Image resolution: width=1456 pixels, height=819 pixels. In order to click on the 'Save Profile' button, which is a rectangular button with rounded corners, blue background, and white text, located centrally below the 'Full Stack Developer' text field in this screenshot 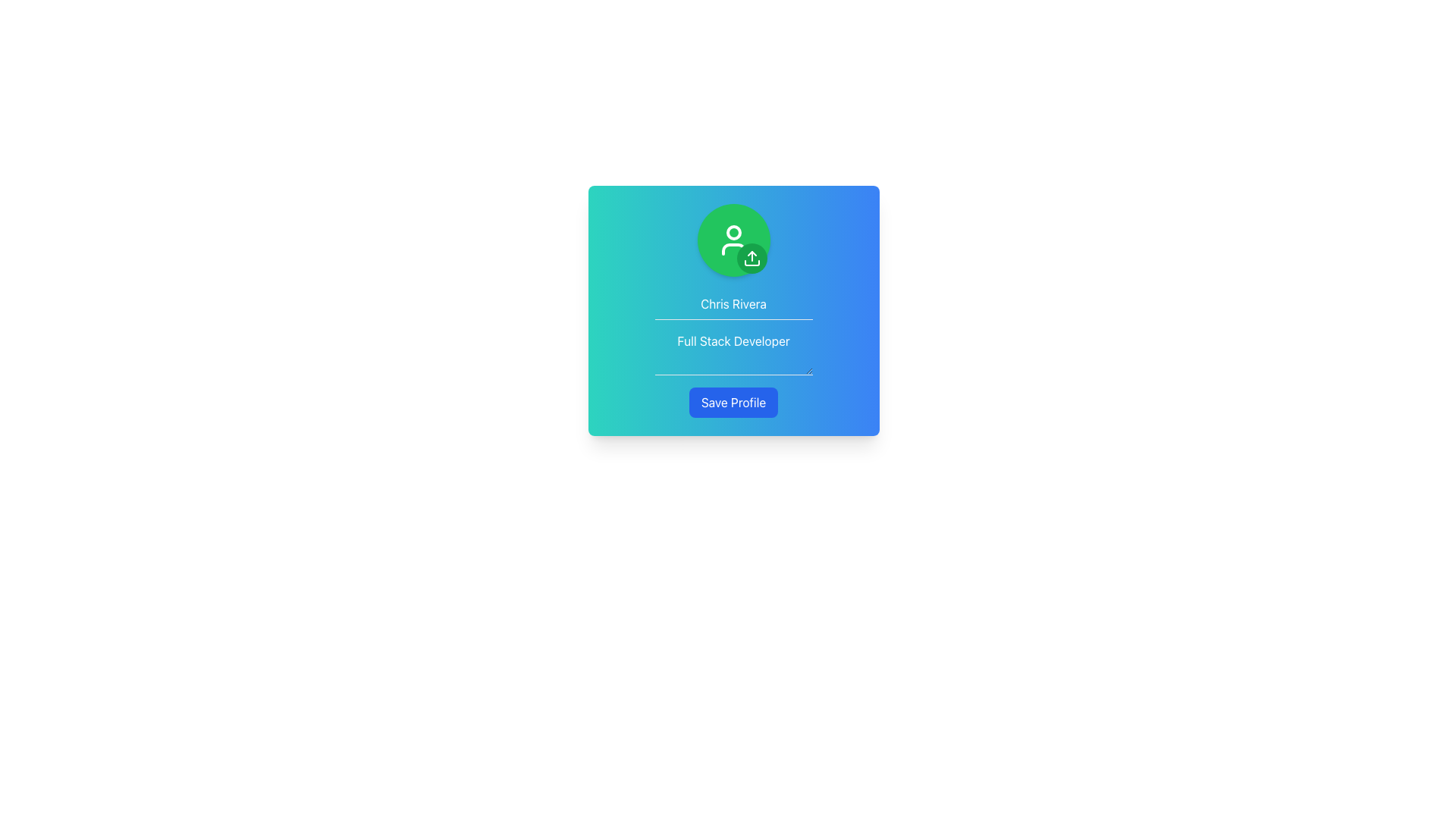, I will do `click(733, 402)`.